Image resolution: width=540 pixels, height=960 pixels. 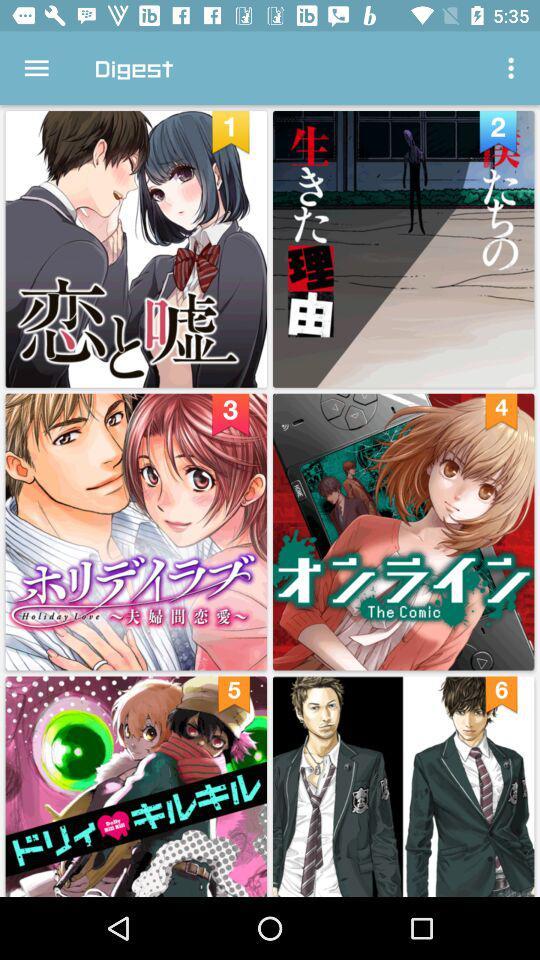 What do you see at coordinates (36, 68) in the screenshot?
I see `icon to the left of digest item` at bounding box center [36, 68].